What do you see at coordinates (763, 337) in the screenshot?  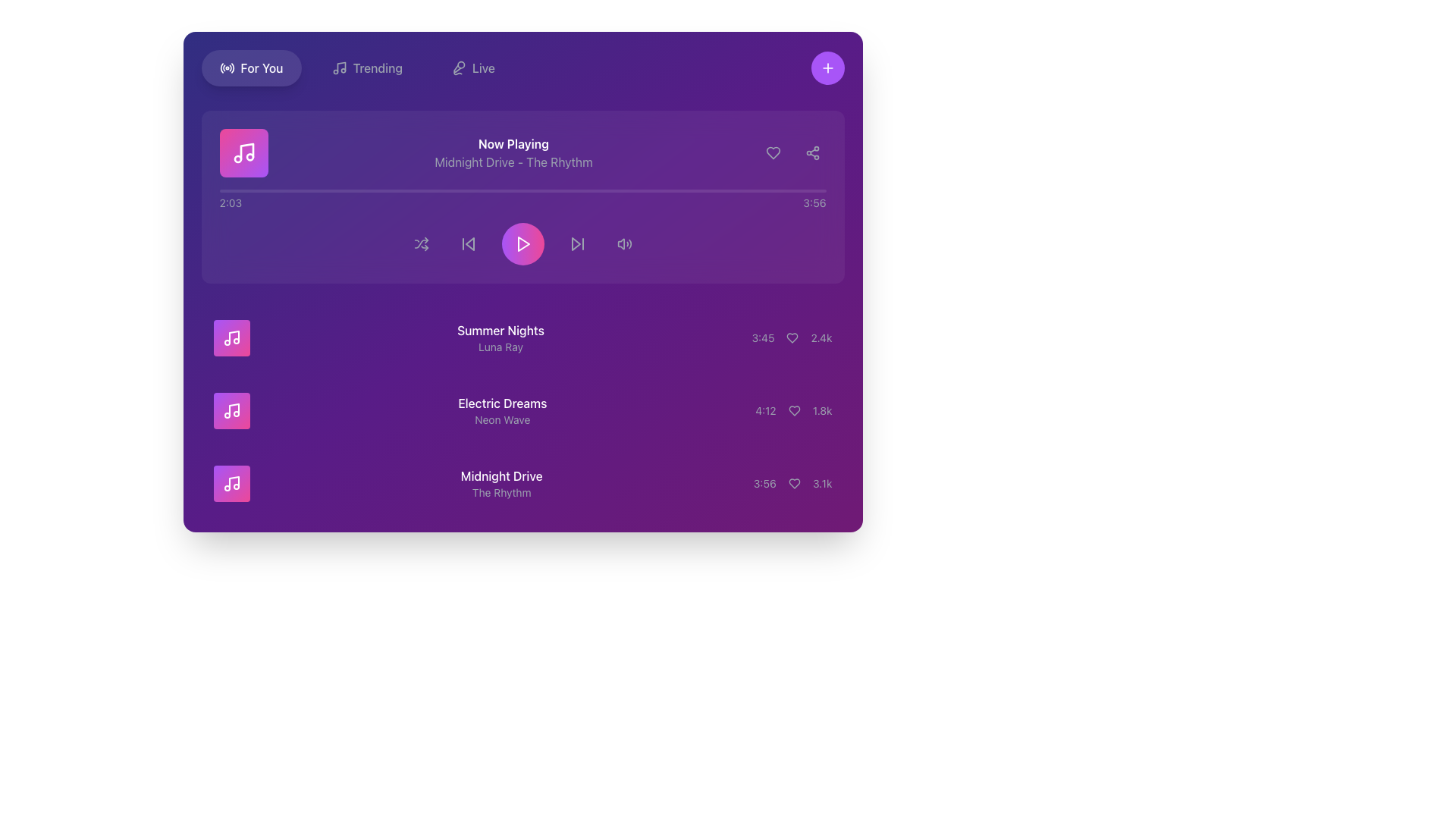 I see `the text label displaying '3:45', which is located in the upper-right section of the list item 'Summer Nights by Luna Ray', positioned to the left of a heart icon` at bounding box center [763, 337].